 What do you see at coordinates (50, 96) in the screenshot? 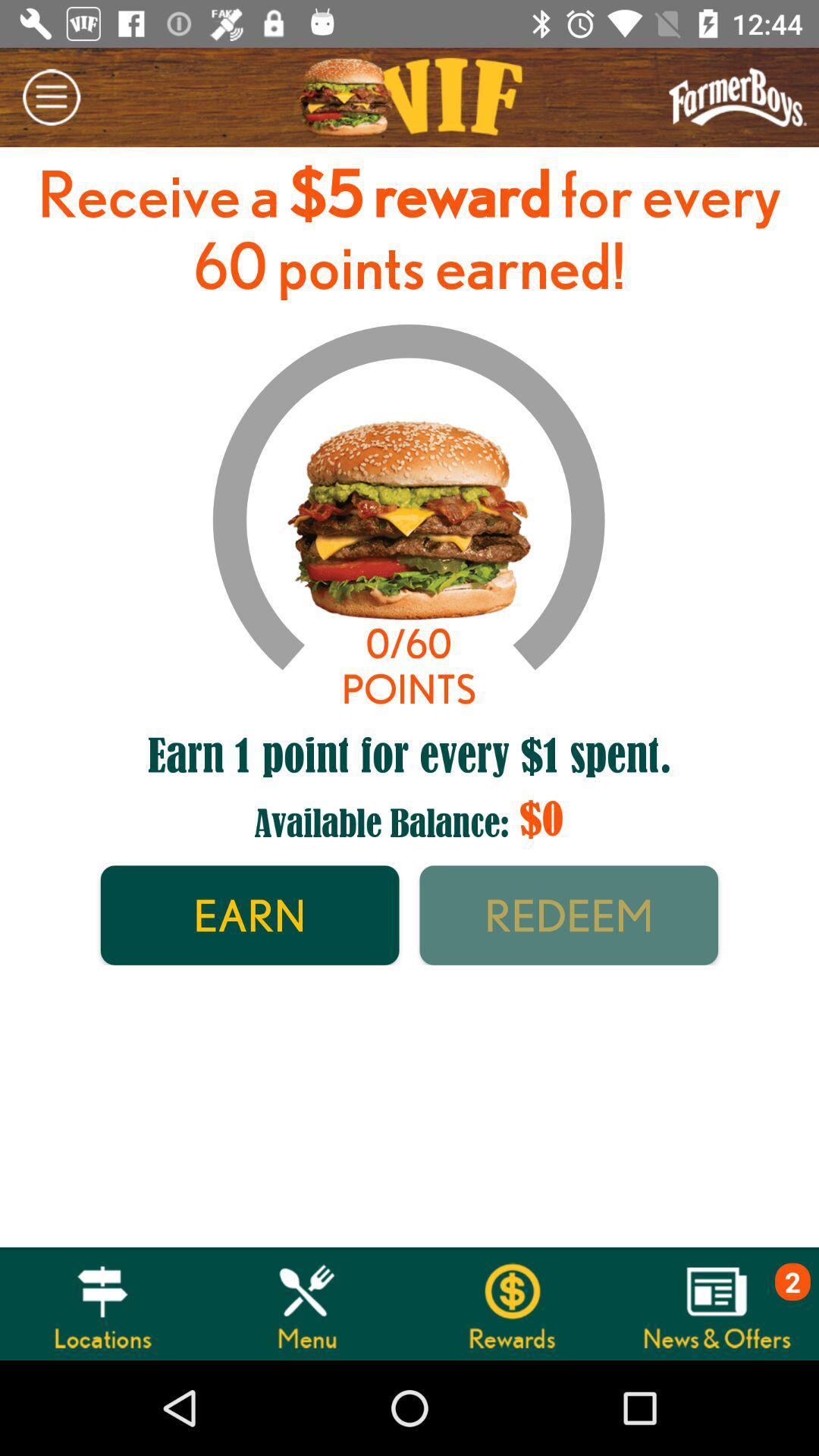
I see `the icon above the receive a 5 item` at bounding box center [50, 96].